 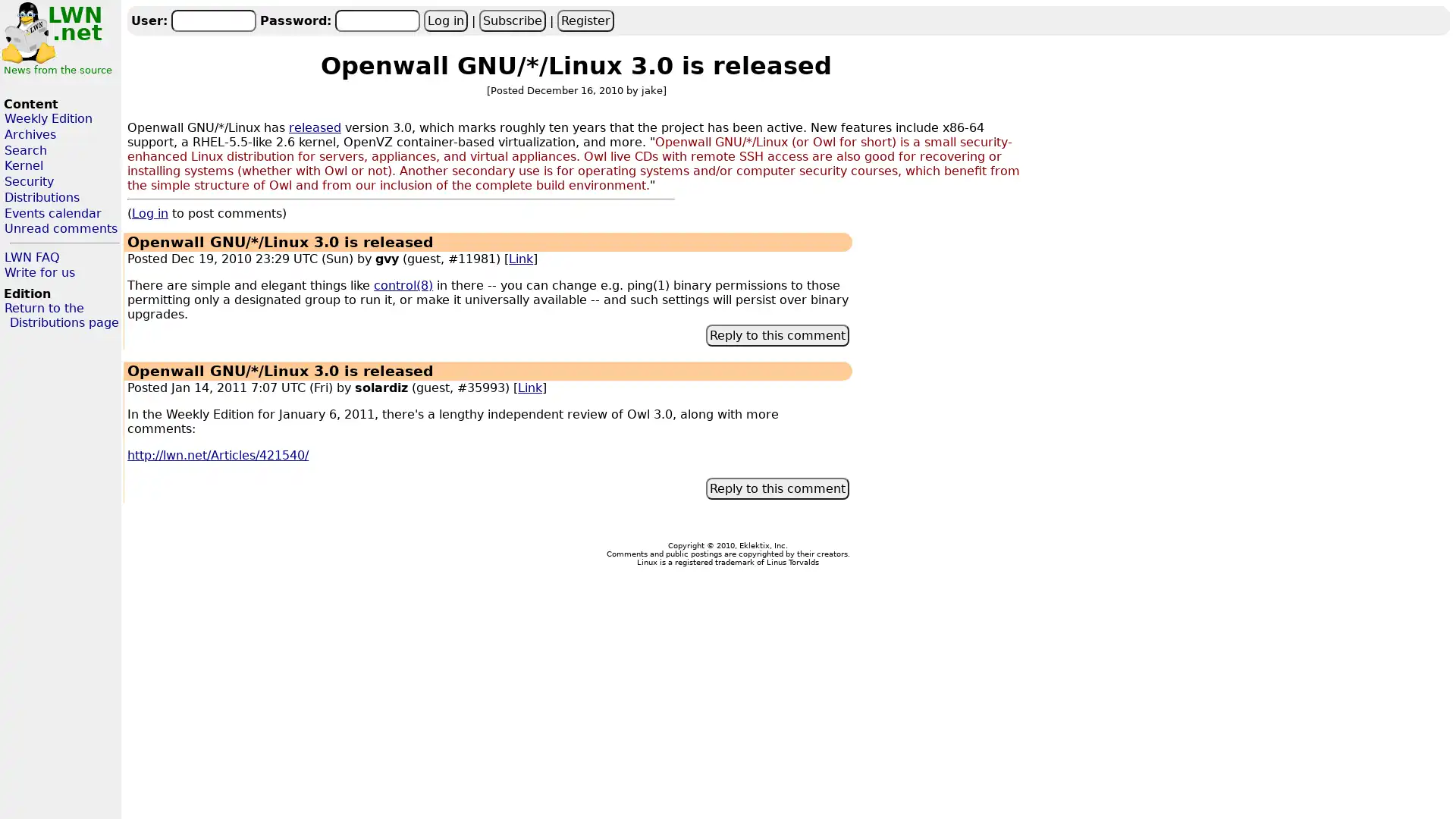 I want to click on Log in, so click(x=444, y=20).